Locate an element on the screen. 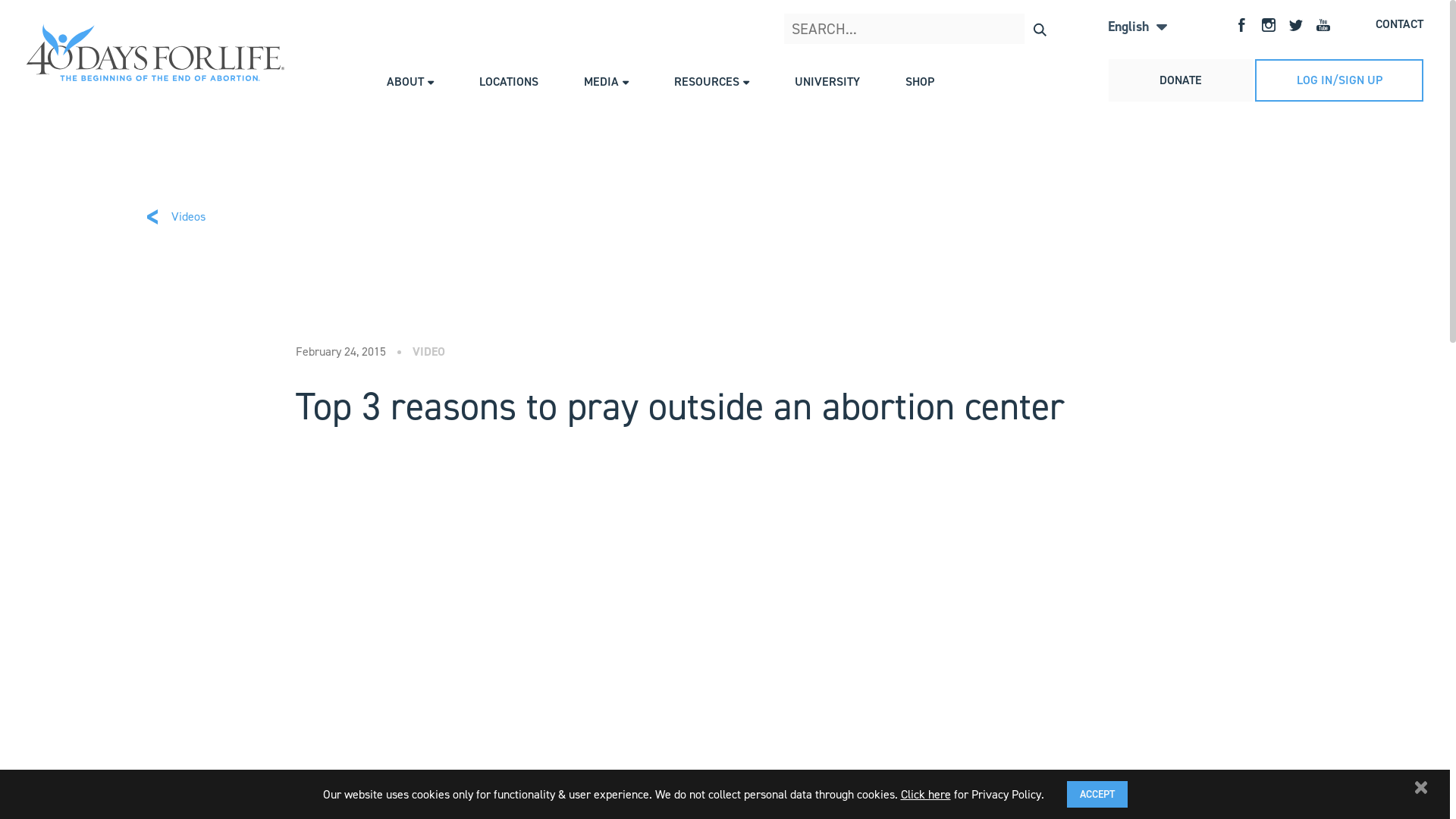 The height and width of the screenshot is (819, 1456). 'SHOP' is located at coordinates (919, 81).